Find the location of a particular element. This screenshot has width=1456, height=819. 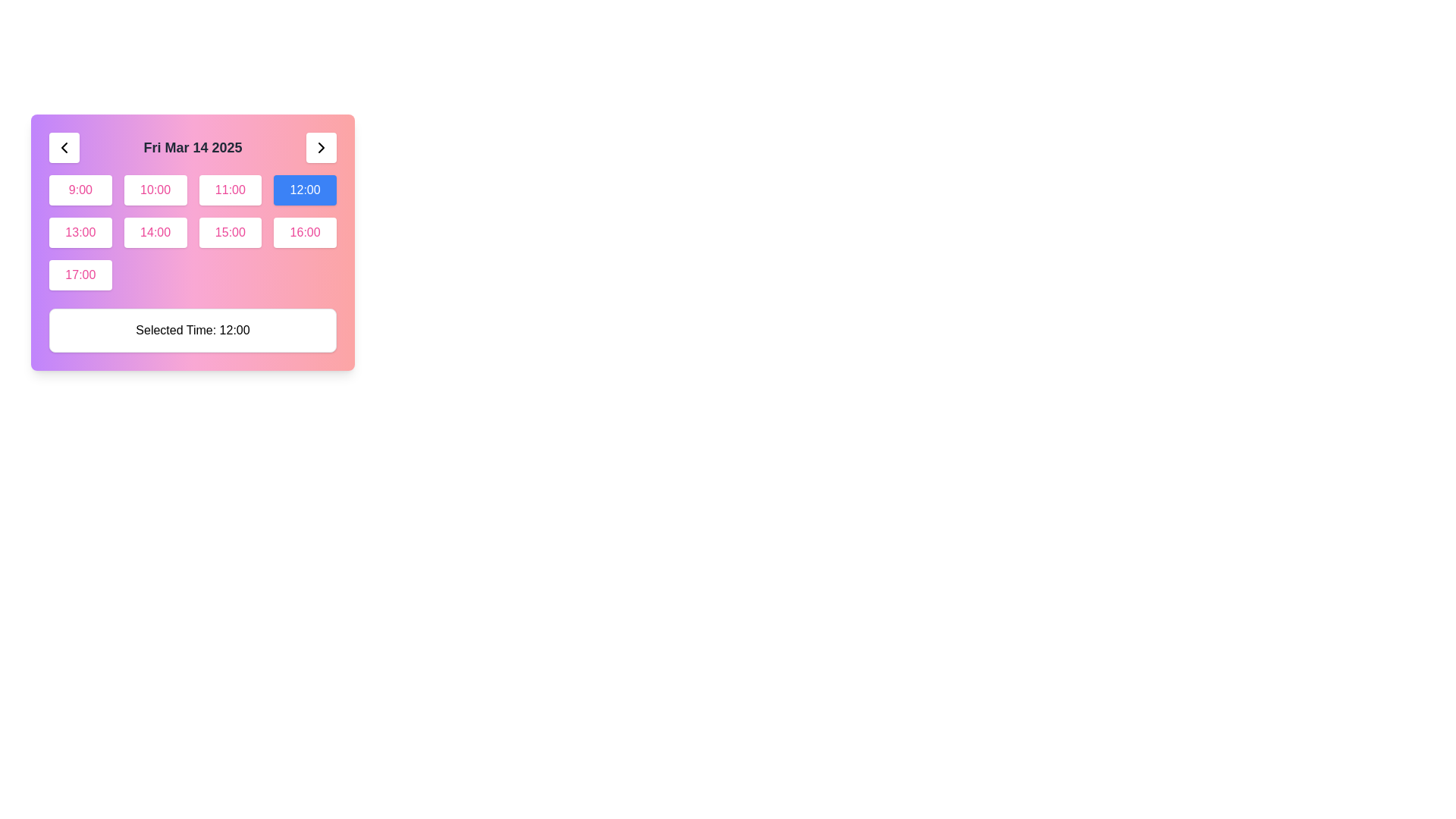

across the interactive grid of buttons is located at coordinates (192, 233).